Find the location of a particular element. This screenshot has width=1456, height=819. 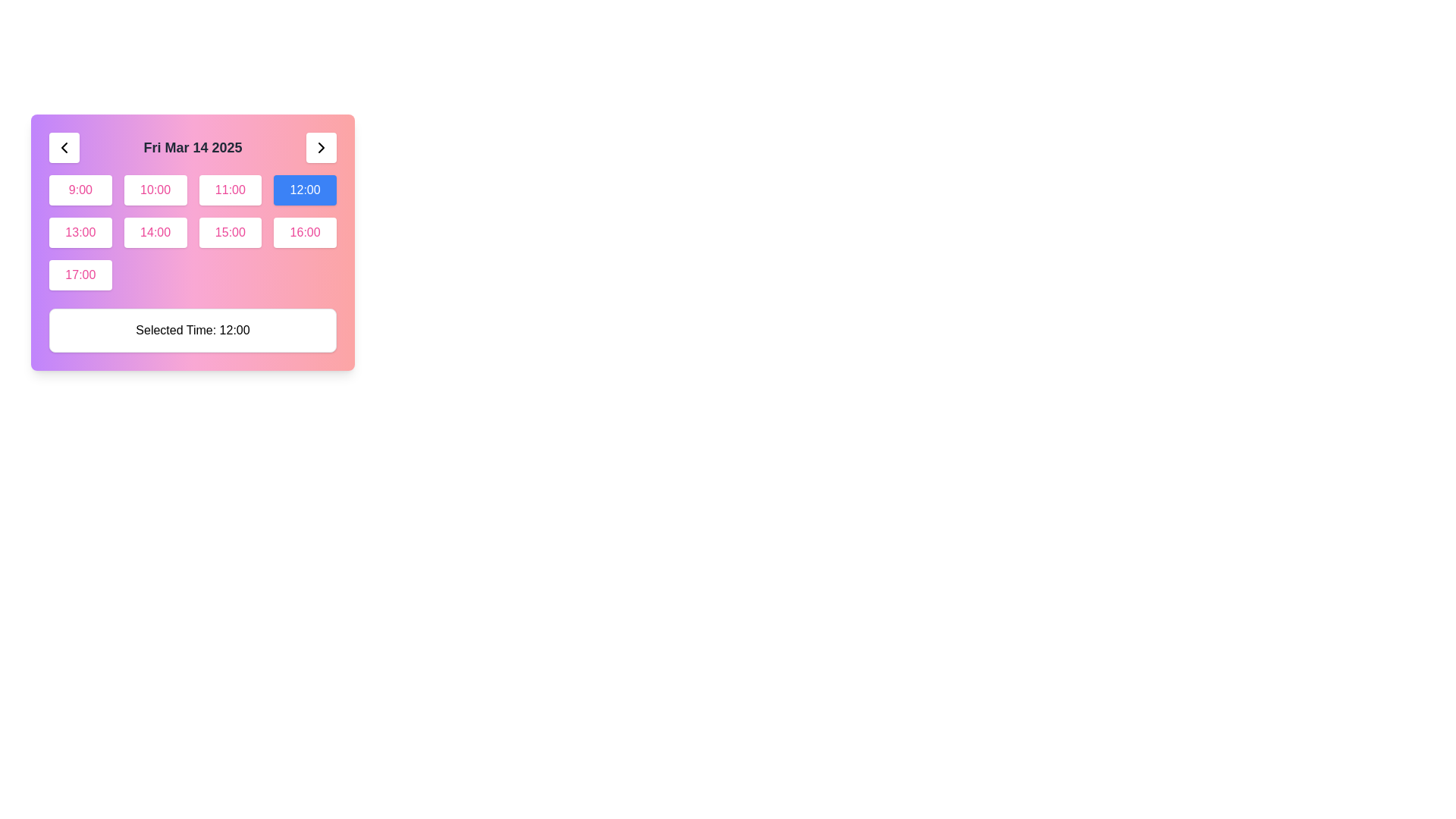

across the interactive grid of buttons is located at coordinates (192, 233).